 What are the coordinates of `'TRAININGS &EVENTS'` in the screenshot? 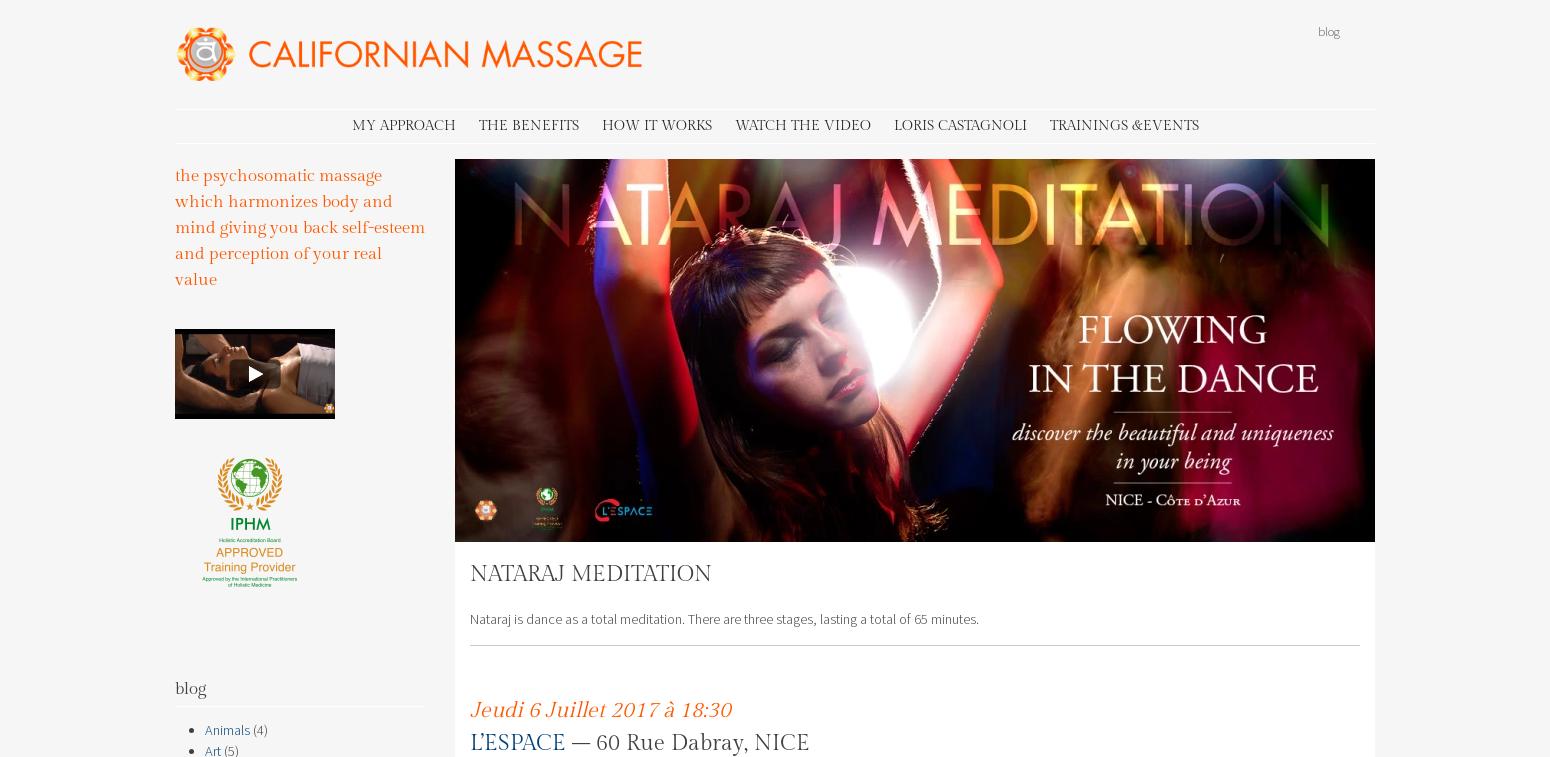 It's located at (1122, 123).